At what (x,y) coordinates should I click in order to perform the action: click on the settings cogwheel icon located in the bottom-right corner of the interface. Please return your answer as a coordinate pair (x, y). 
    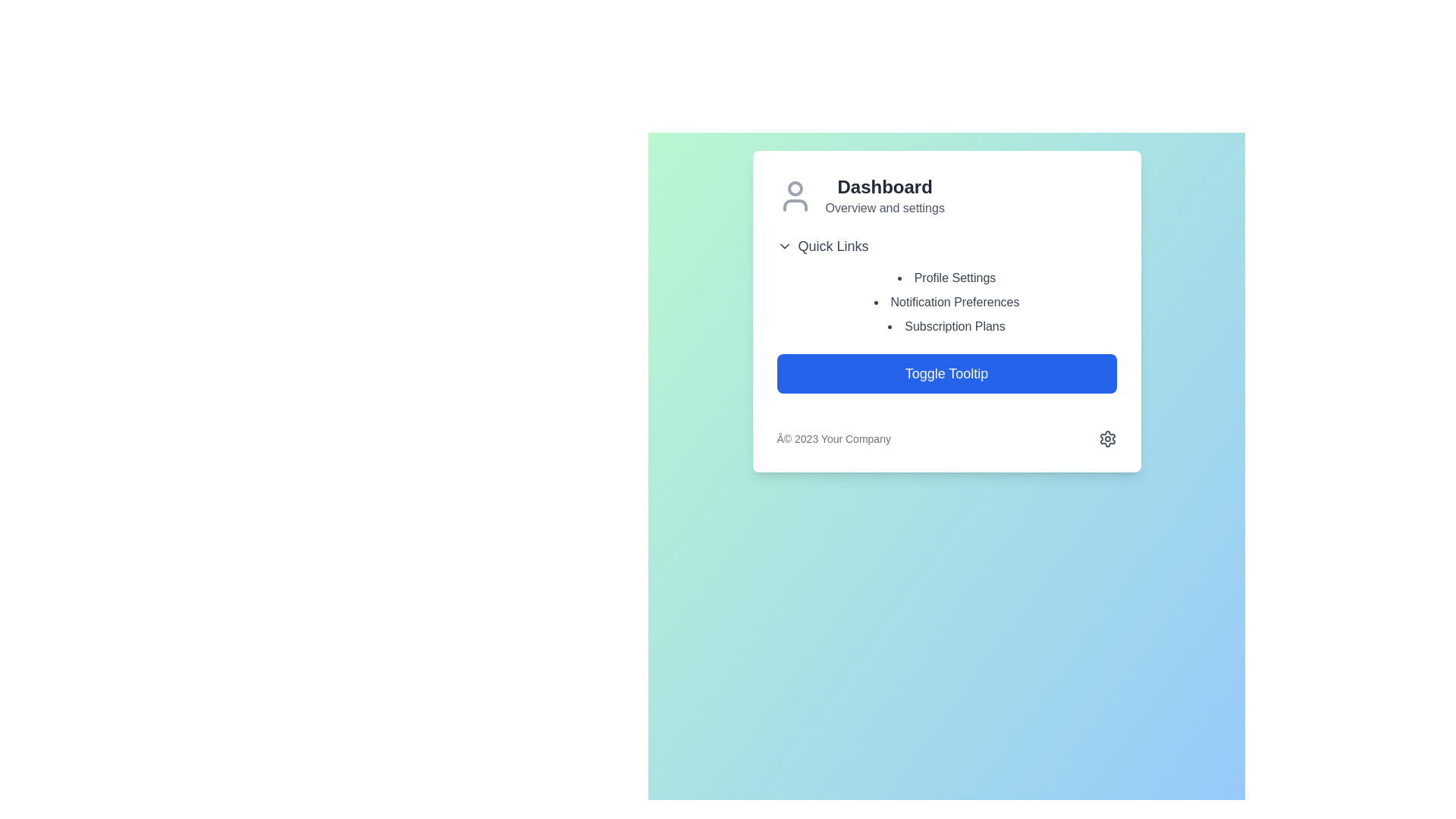
    Looking at the image, I should click on (1107, 438).